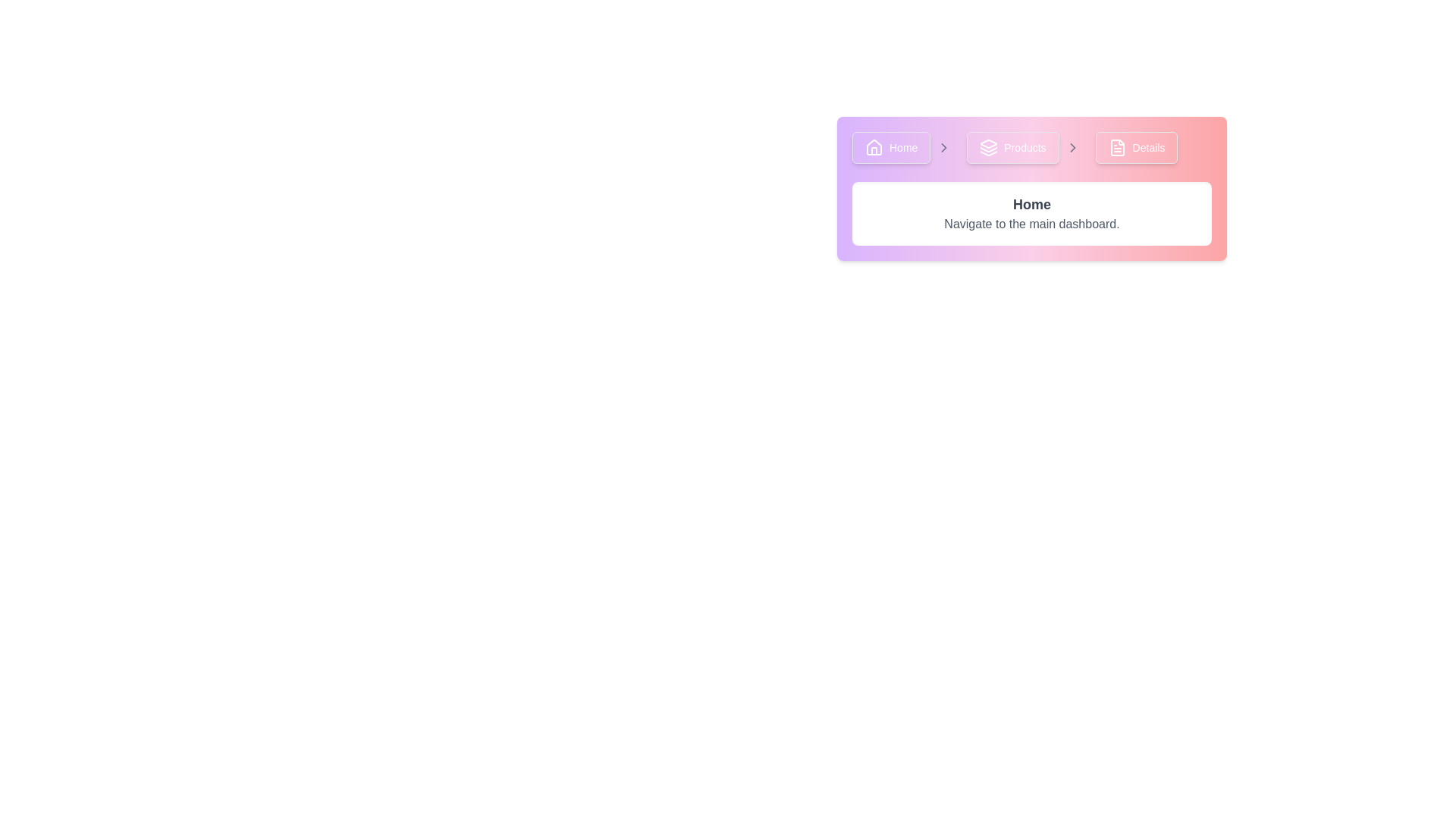 This screenshot has width=1456, height=819. Describe the element at coordinates (891, 148) in the screenshot. I see `the first navigation button located at the top-left corner of the interface` at that location.